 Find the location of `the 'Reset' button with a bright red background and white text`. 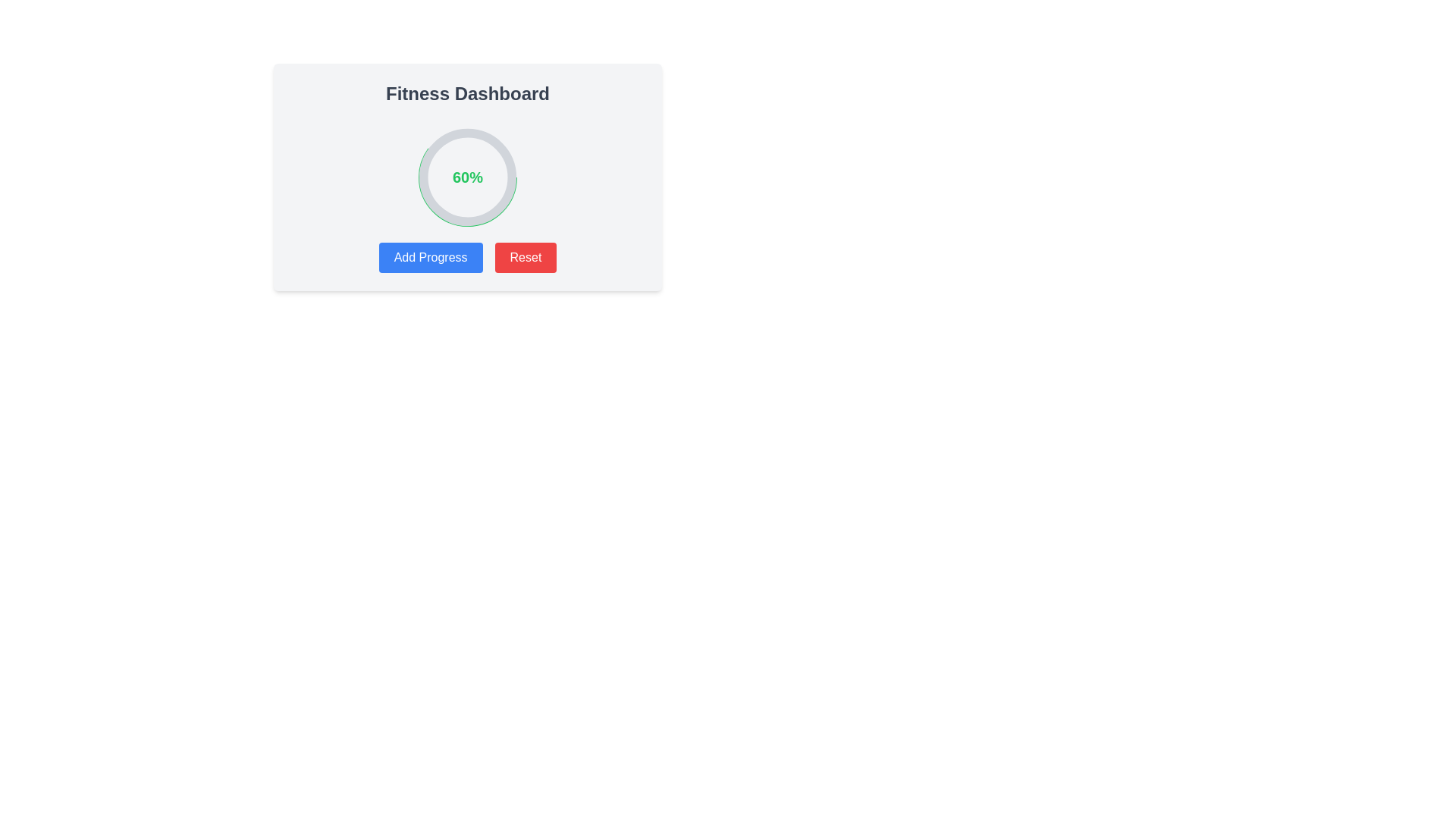

the 'Reset' button with a bright red background and white text is located at coordinates (526, 256).